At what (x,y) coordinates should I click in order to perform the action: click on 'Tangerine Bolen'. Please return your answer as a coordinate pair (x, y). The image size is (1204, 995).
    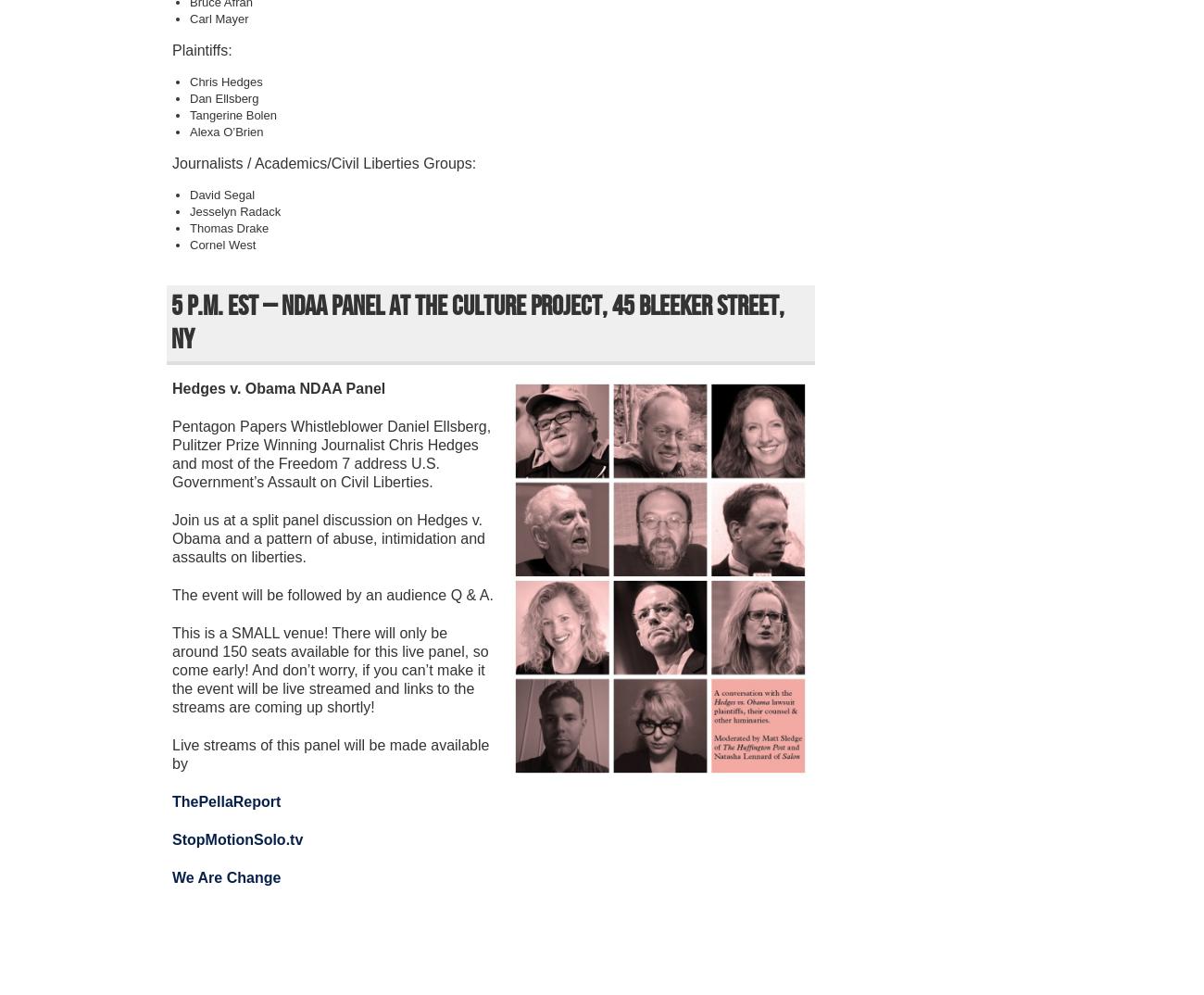
    Looking at the image, I should click on (190, 114).